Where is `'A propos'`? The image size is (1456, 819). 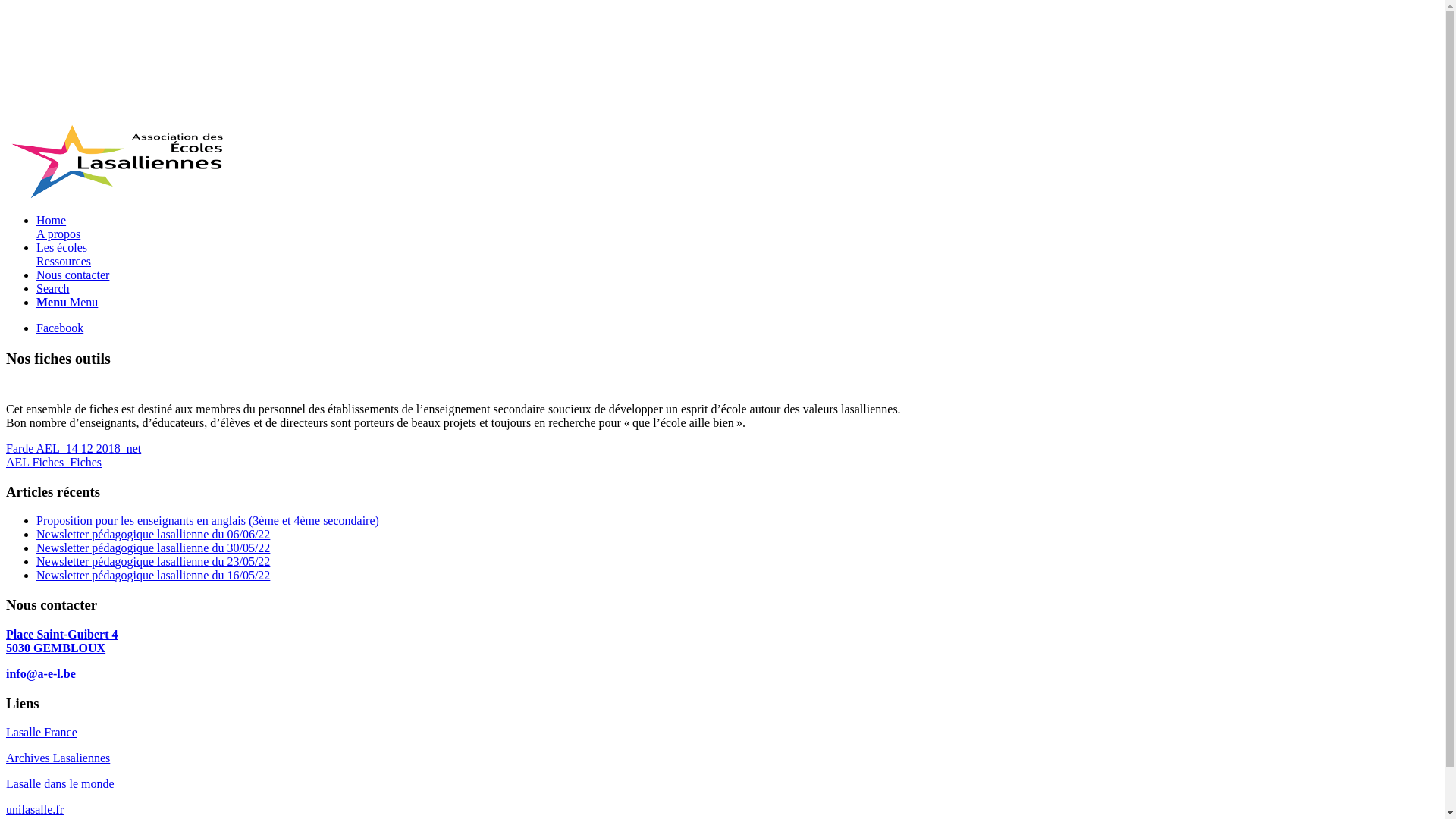 'A propos' is located at coordinates (58, 234).